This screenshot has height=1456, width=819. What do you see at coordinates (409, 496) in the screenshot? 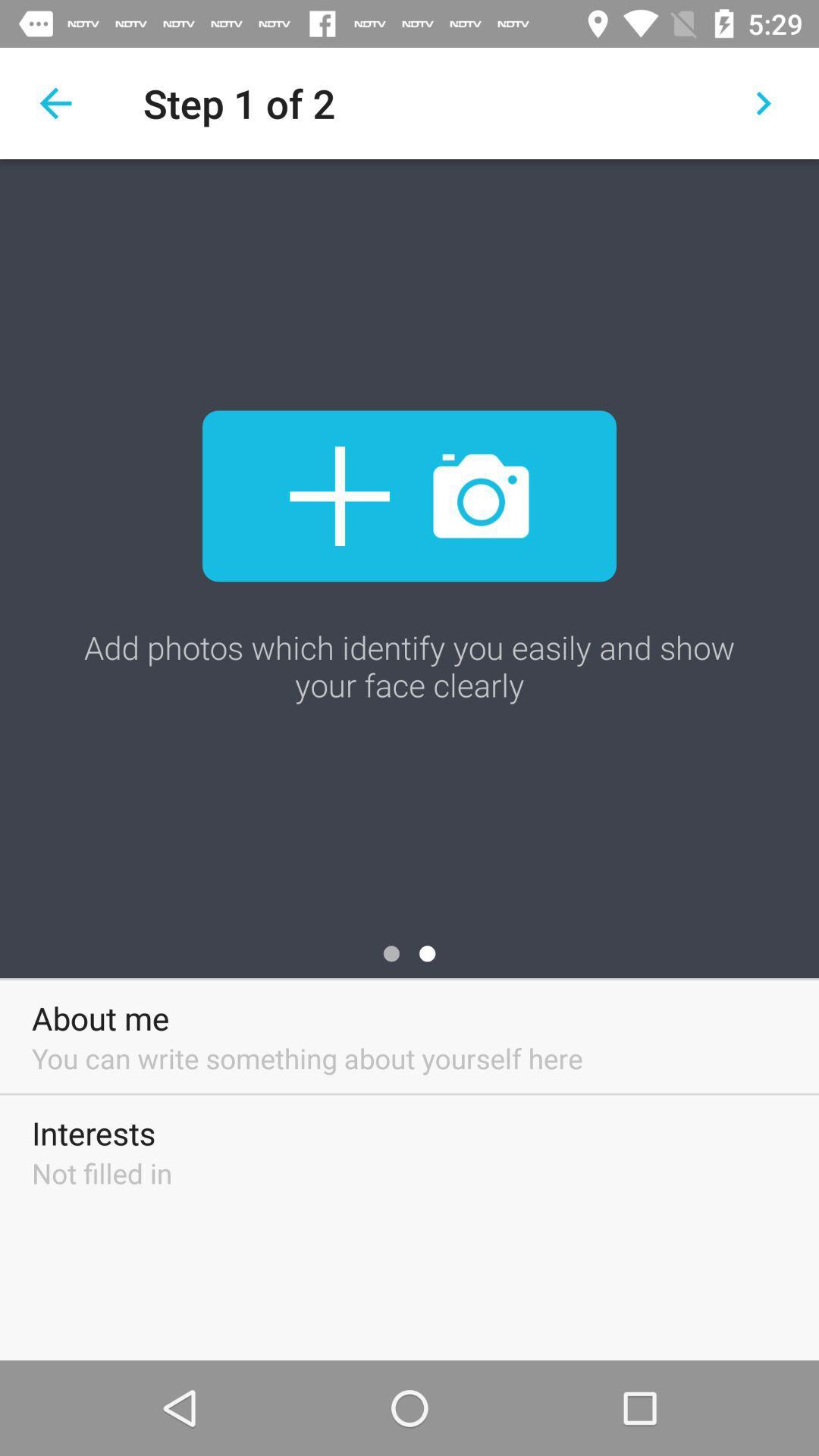
I see `the item below the step 1 of icon` at bounding box center [409, 496].